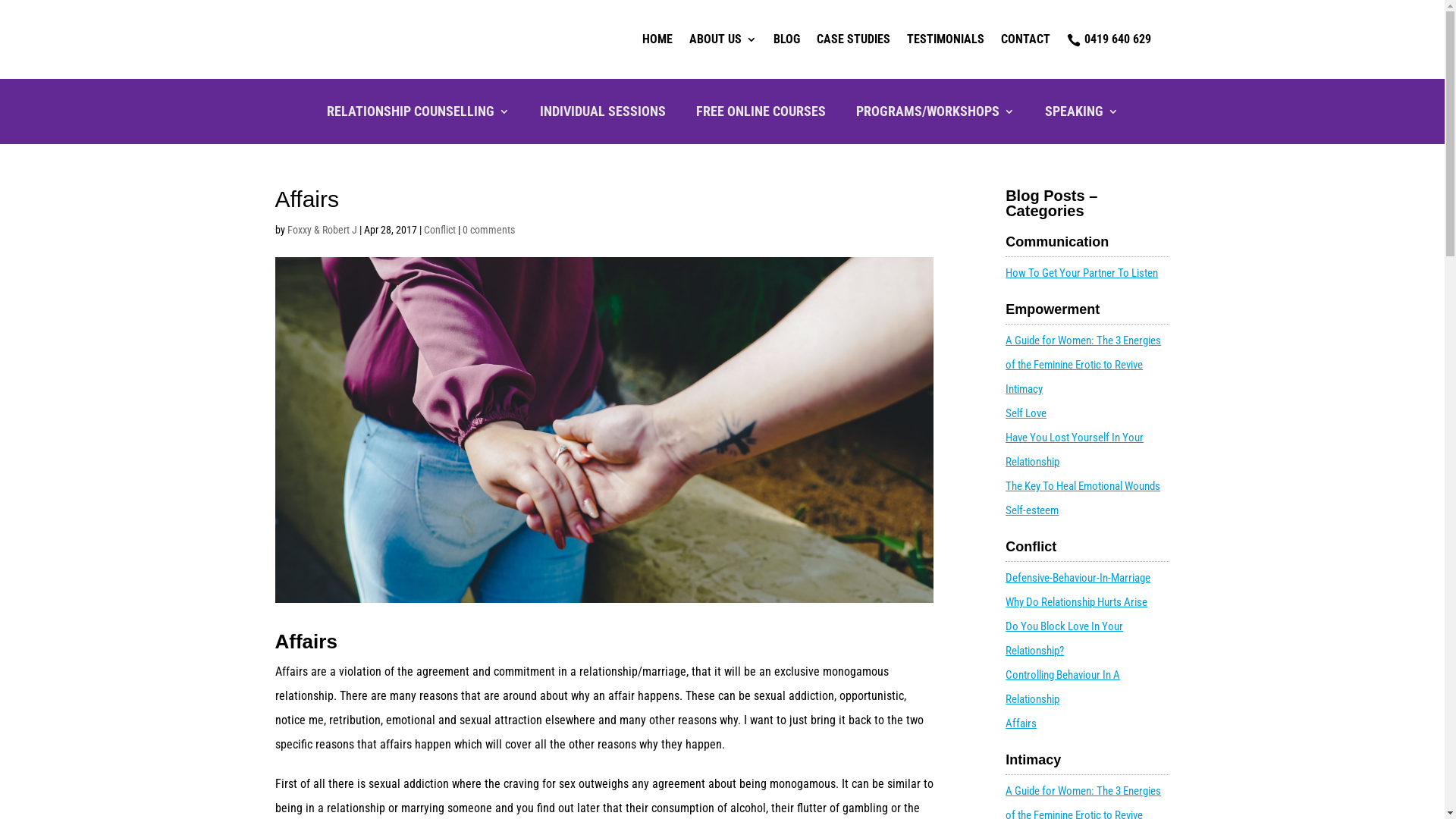  I want to click on 'Do You Block Love In Your Relationship?', so click(1063, 638).